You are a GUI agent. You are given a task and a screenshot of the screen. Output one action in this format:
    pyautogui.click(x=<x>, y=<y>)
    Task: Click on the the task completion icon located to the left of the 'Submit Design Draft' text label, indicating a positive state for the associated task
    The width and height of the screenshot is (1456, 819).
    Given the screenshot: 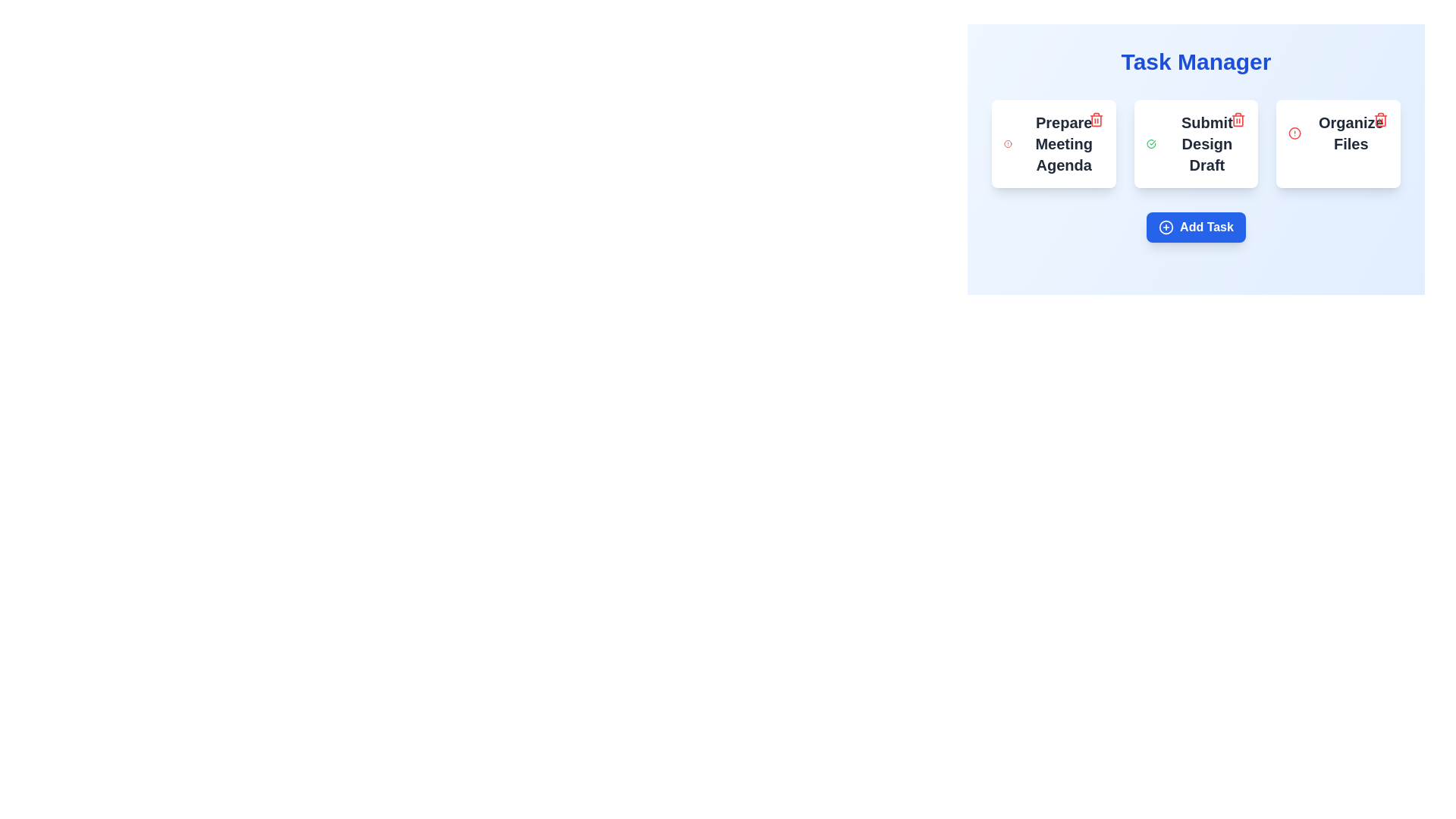 What is the action you would take?
    pyautogui.click(x=1151, y=143)
    